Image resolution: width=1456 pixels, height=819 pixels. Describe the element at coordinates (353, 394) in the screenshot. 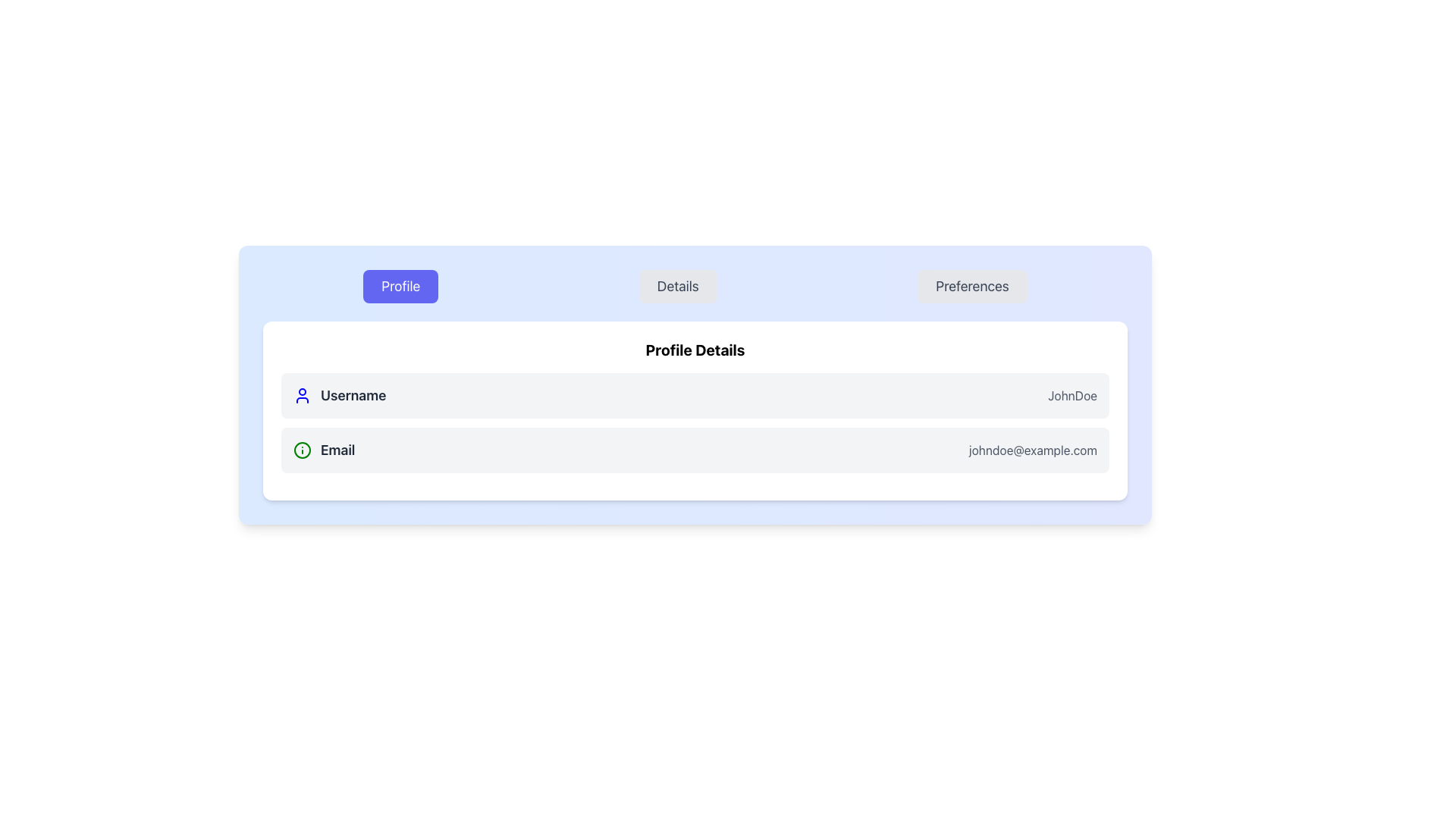

I see `the label element that serves as a heading for user information, located to the right of the blue user icon and above the 'Email' text entry field` at that location.